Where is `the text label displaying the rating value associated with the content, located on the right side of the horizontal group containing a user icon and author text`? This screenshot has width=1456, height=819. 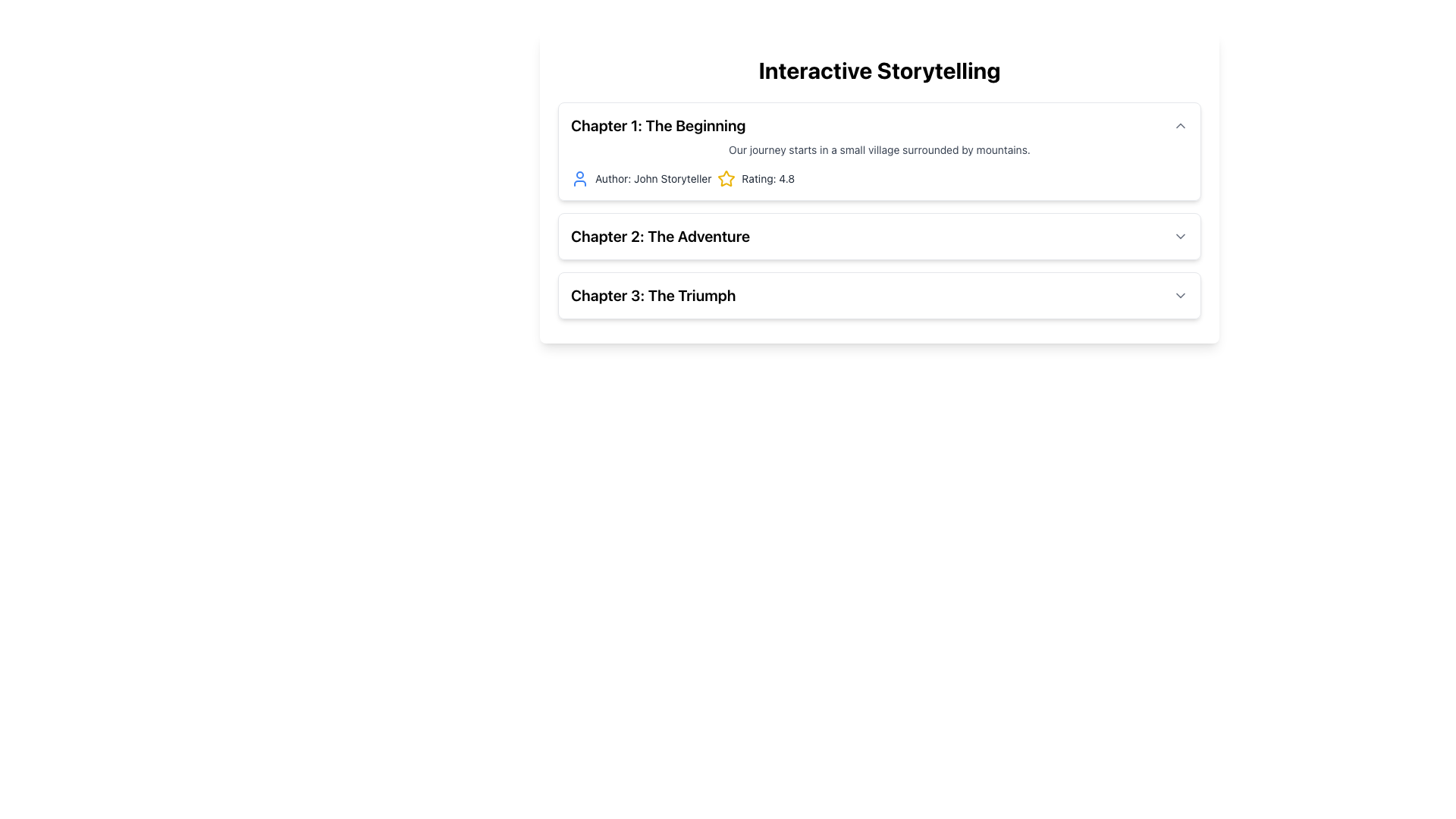 the text label displaying the rating value associated with the content, located on the right side of the horizontal group containing a user icon and author text is located at coordinates (768, 177).